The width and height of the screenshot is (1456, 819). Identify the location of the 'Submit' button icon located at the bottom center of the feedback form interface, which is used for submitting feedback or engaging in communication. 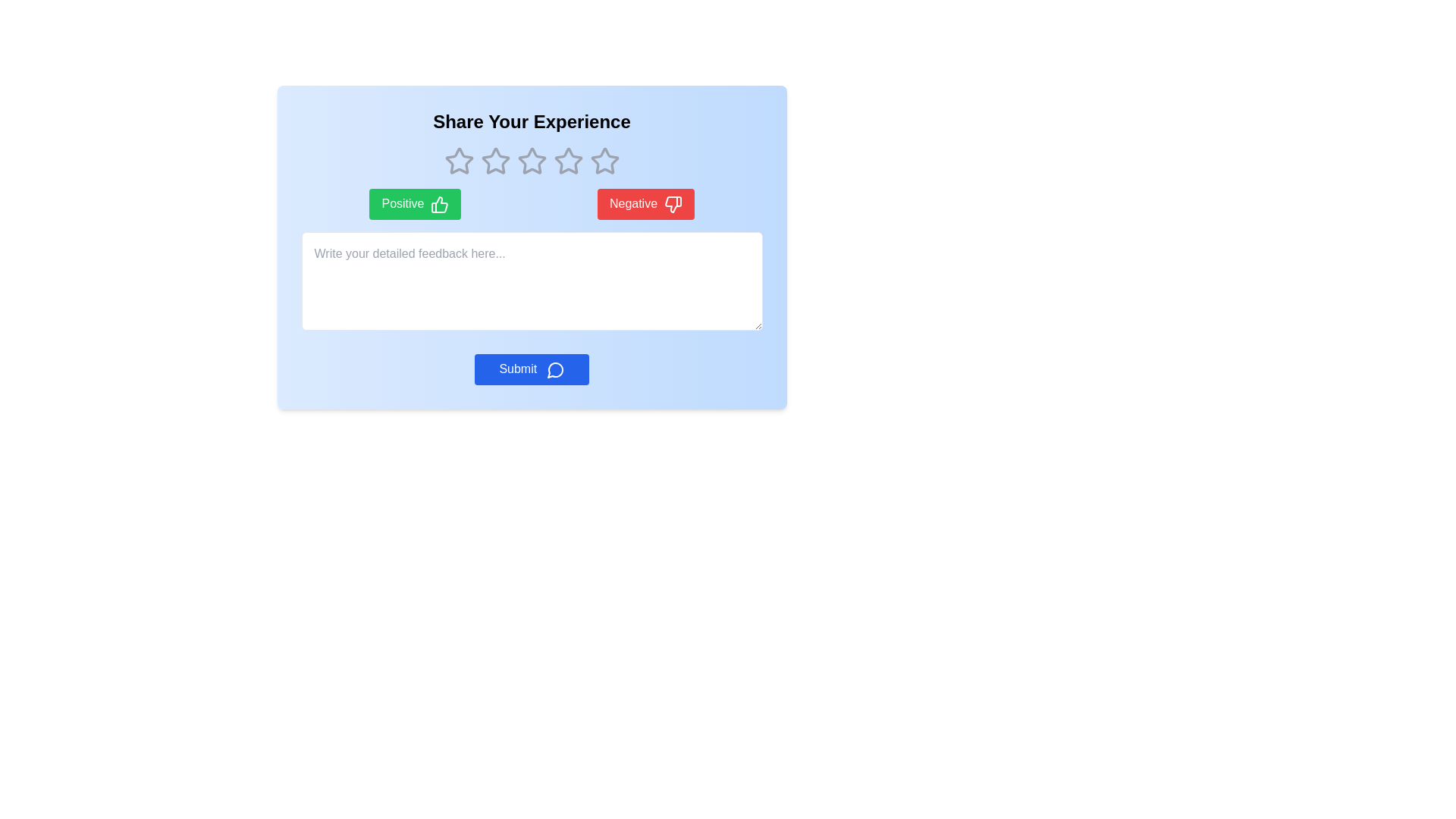
(554, 370).